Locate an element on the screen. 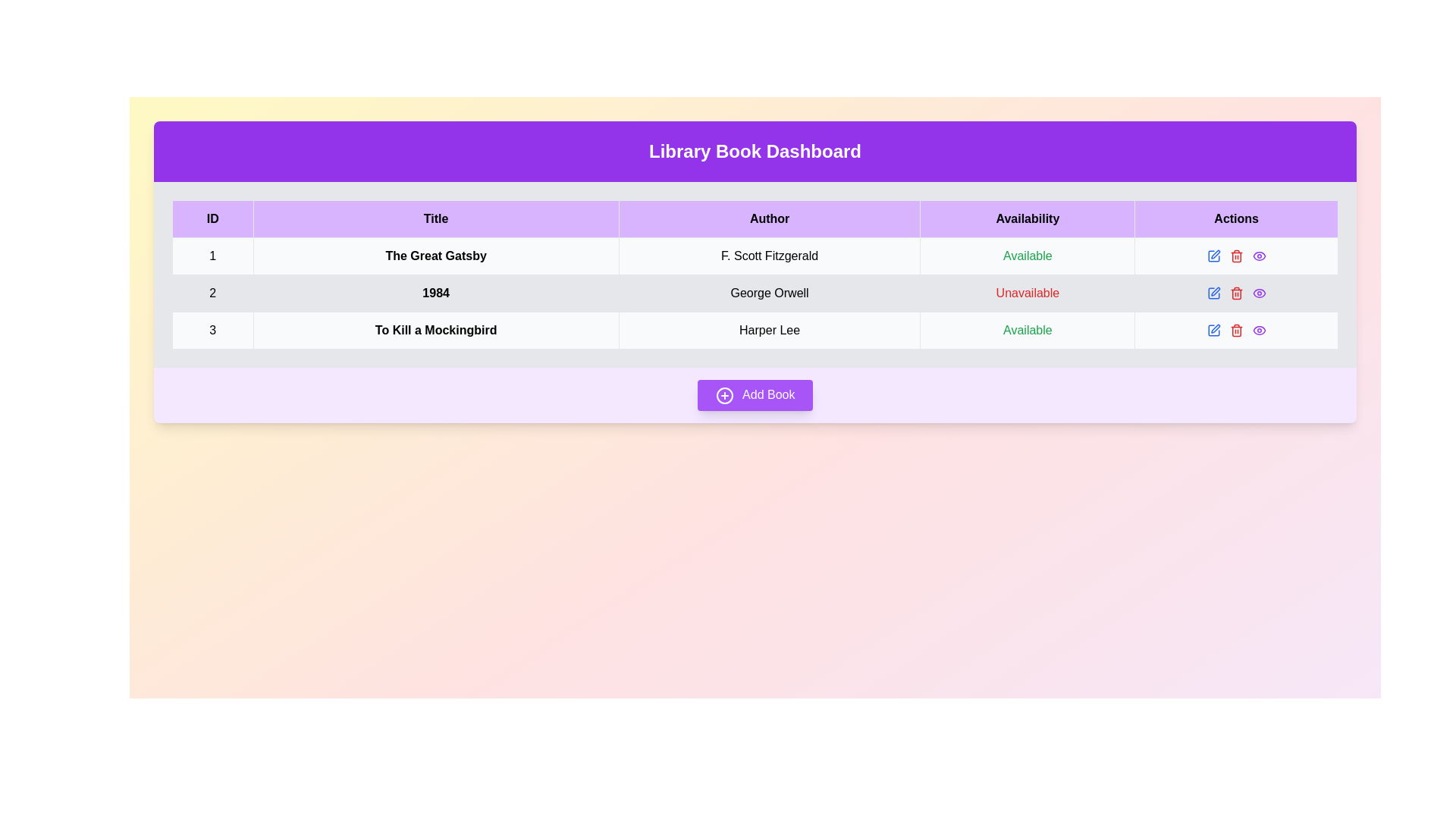 This screenshot has height=819, width=1456. the text display element showing 'Harper Lee' in the 'Author' column of the book information table, which is centered within its cell and styled in a readable font is located at coordinates (770, 329).